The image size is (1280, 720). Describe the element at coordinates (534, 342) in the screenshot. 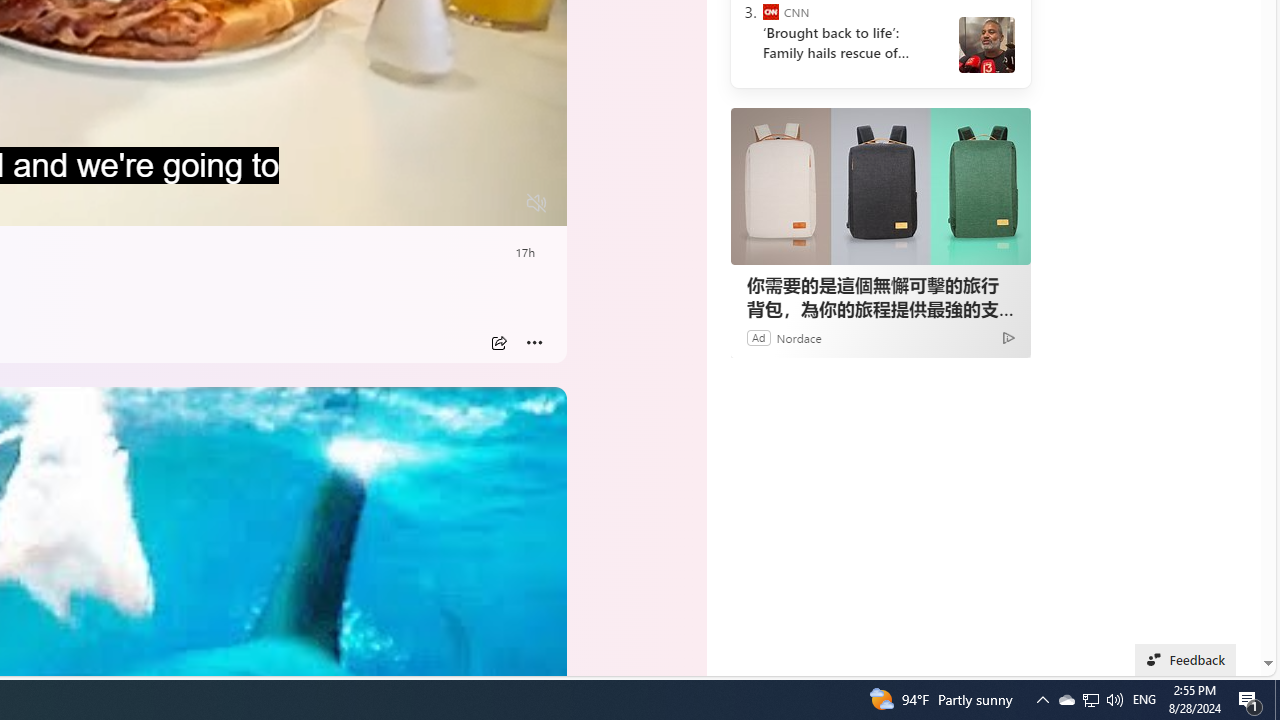

I see `'More'` at that location.